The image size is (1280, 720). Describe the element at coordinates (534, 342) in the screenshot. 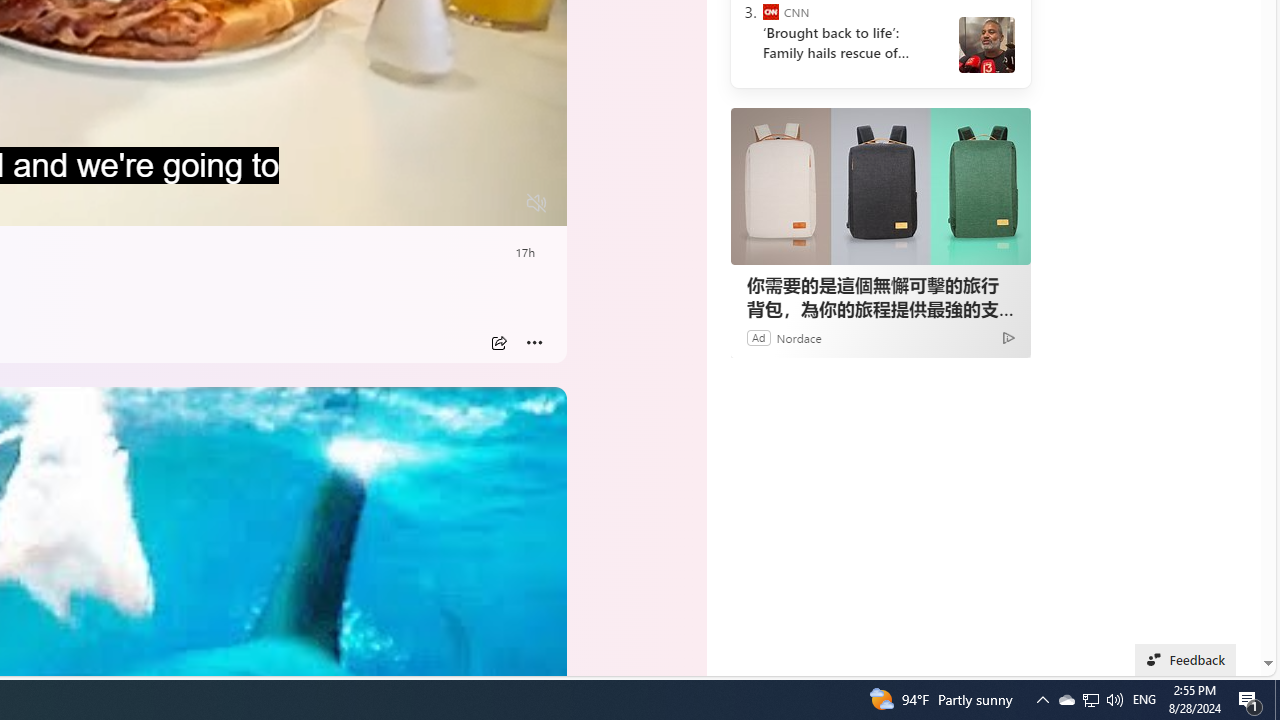

I see `'More'` at that location.